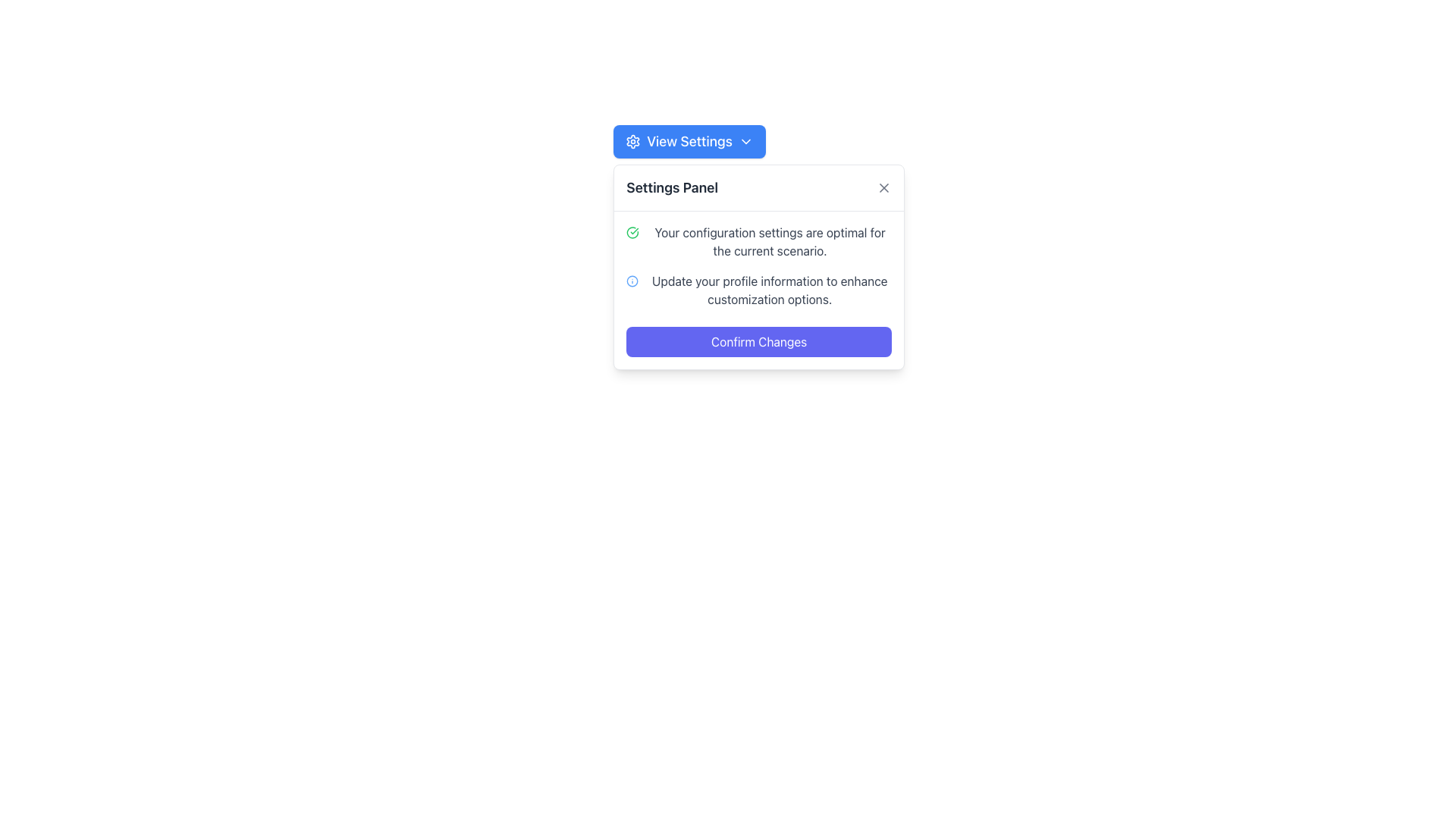  What do you see at coordinates (632, 281) in the screenshot?
I see `the outermost circular decorative graphical element of the 'info' icon, which is styled in blue and located in the bottom-left area of the icon` at bounding box center [632, 281].